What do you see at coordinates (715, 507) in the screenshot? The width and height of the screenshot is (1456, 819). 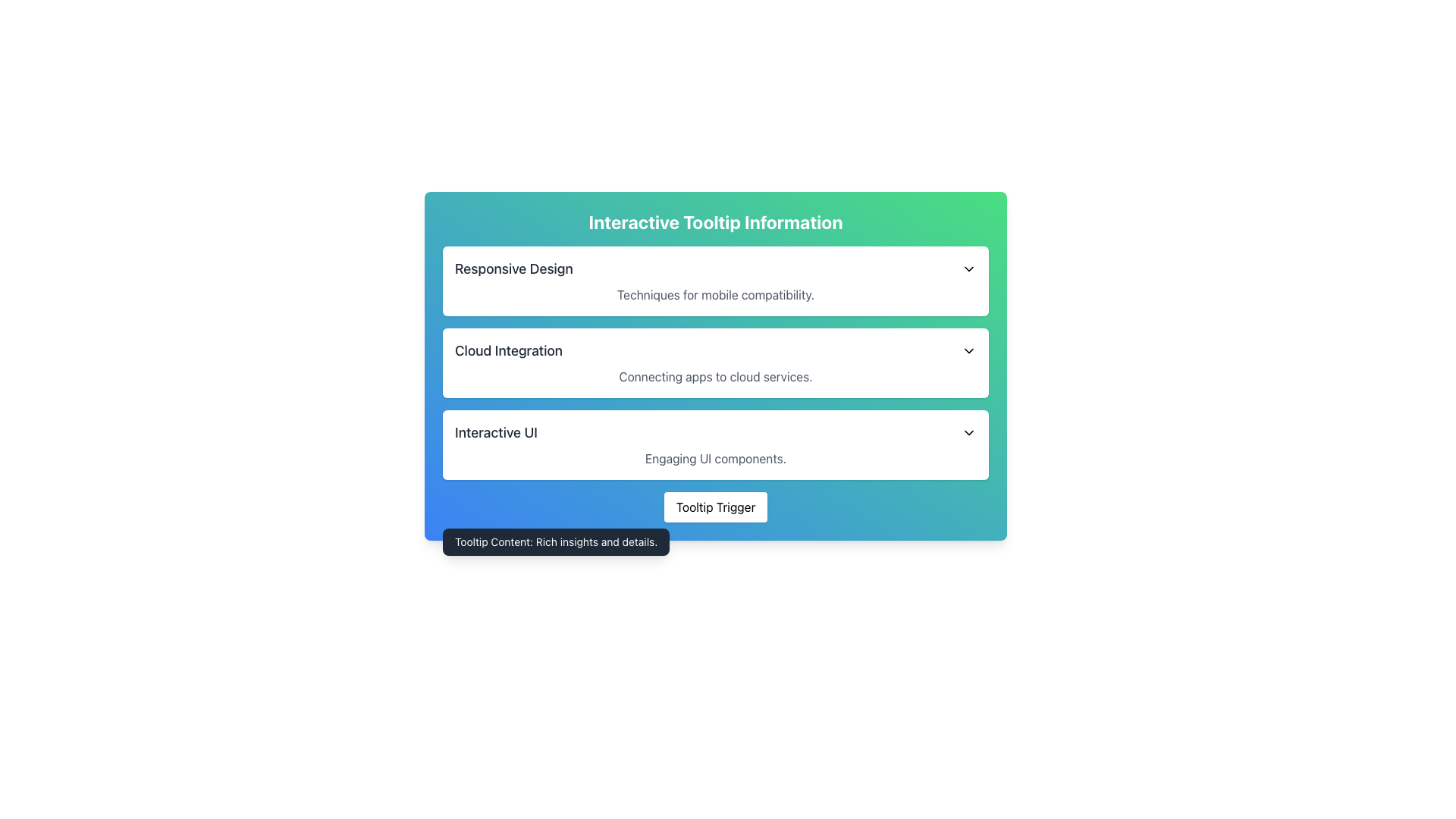 I see `the Interactive Button labeled 'Tooltip Trigger', which is a rectangular button with a white background and rounded corners located at the center of the lower section of the feature list` at bounding box center [715, 507].